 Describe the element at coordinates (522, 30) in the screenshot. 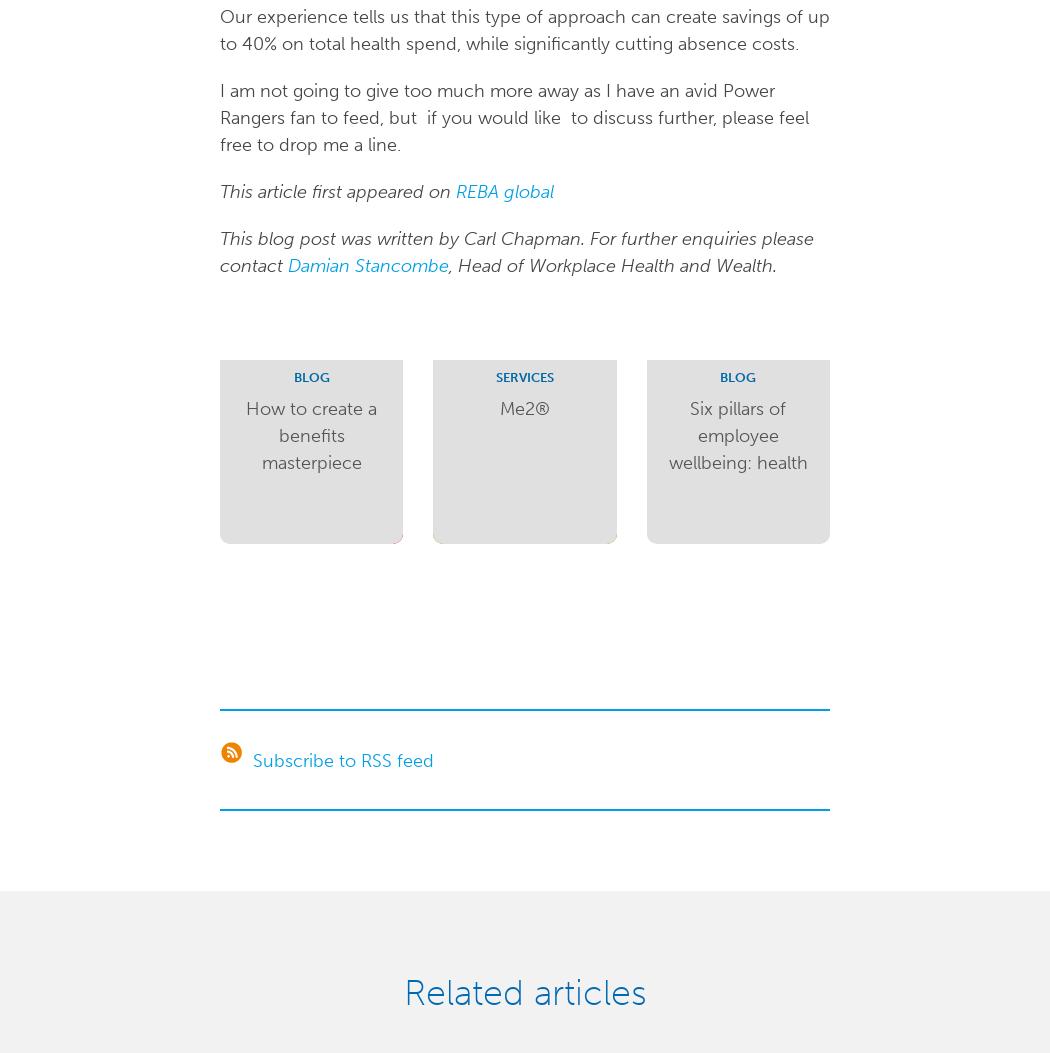

I see `'Our experience tells us that this type of approach can create savings of up to 40% on total health spend, while significantly cutting absence costs.'` at that location.